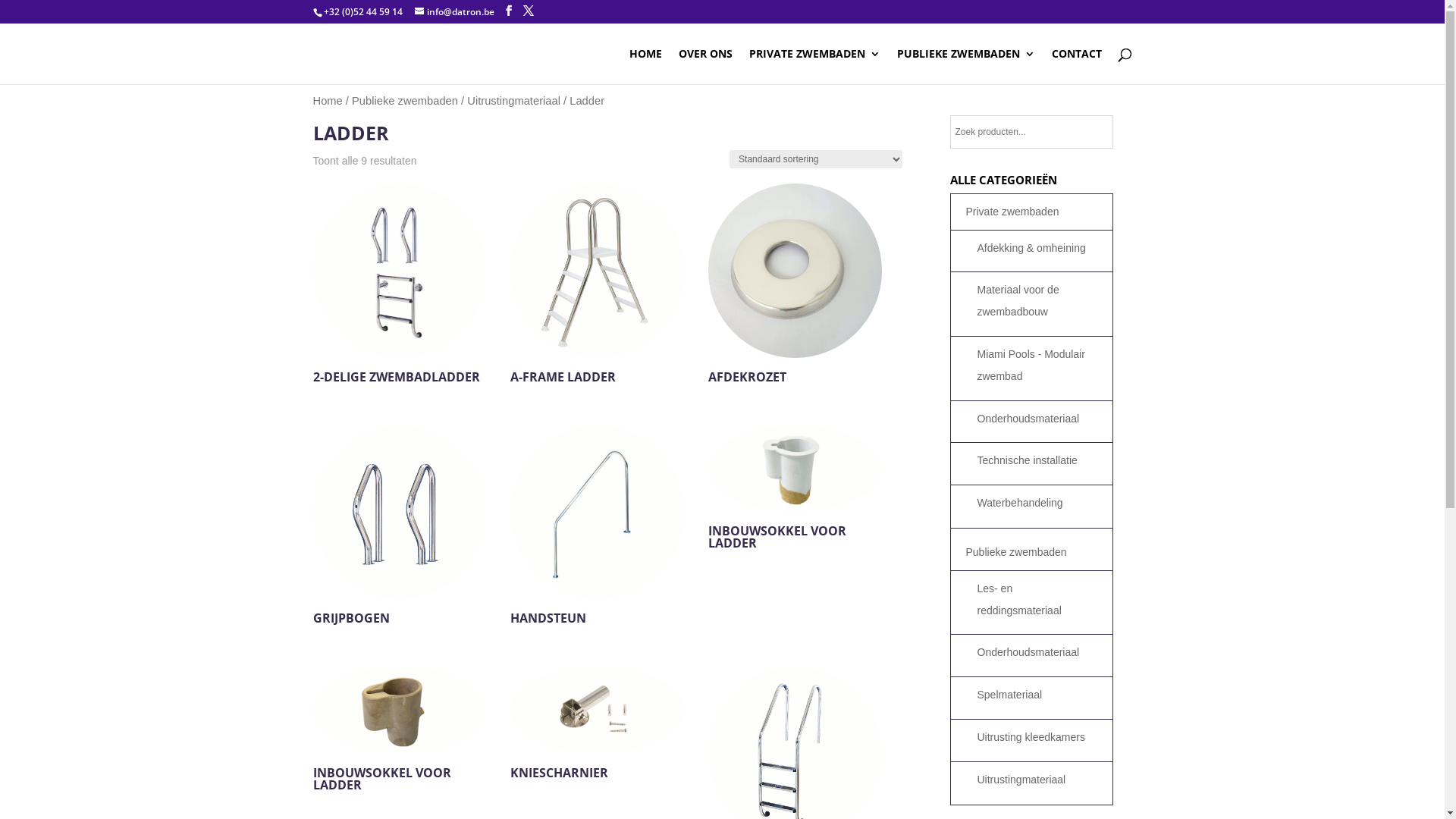 This screenshot has width=1456, height=819. What do you see at coordinates (1075, 65) in the screenshot?
I see `'CONTACT'` at bounding box center [1075, 65].